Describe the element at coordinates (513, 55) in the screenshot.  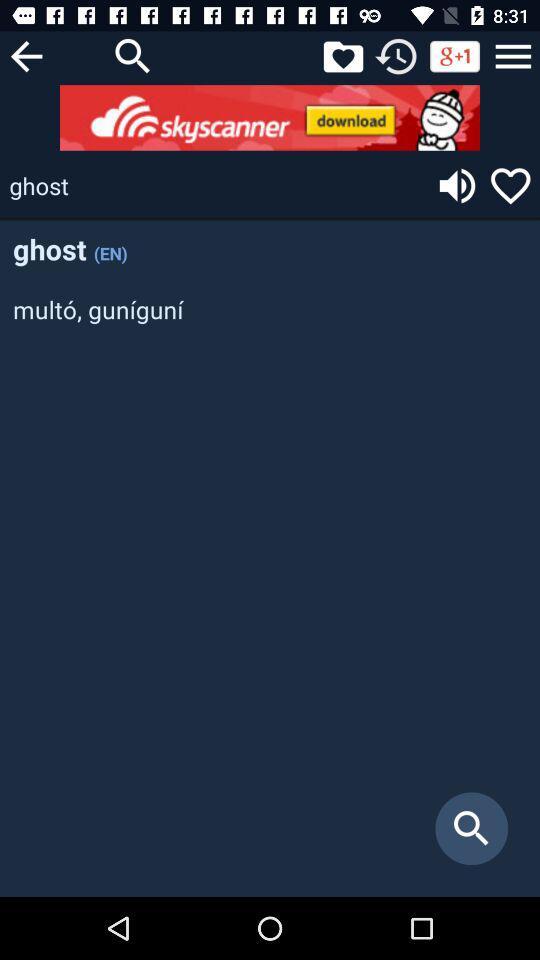
I see `the menu icon` at that location.